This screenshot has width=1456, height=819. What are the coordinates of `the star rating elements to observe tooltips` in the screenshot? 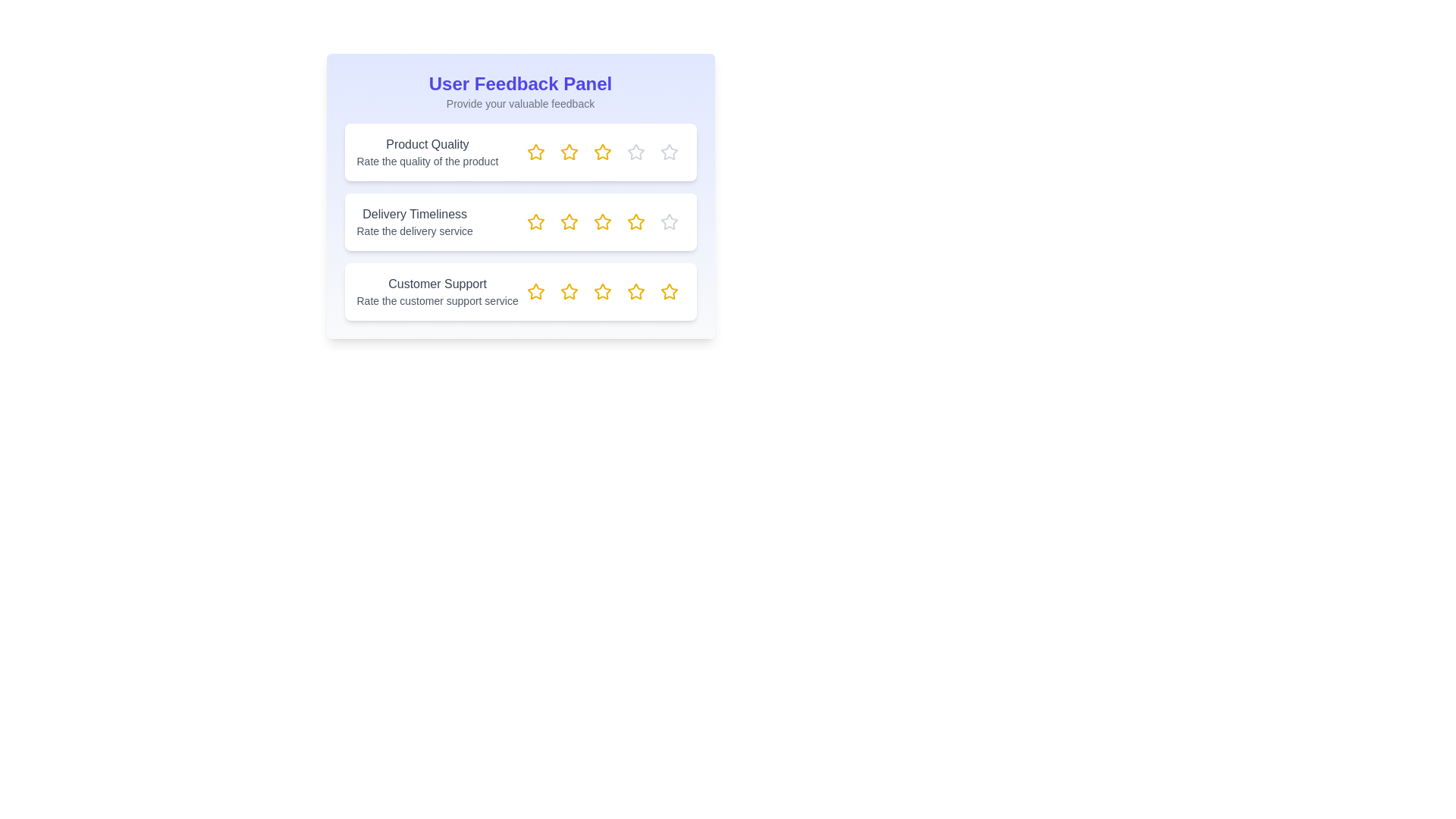 It's located at (535, 152).